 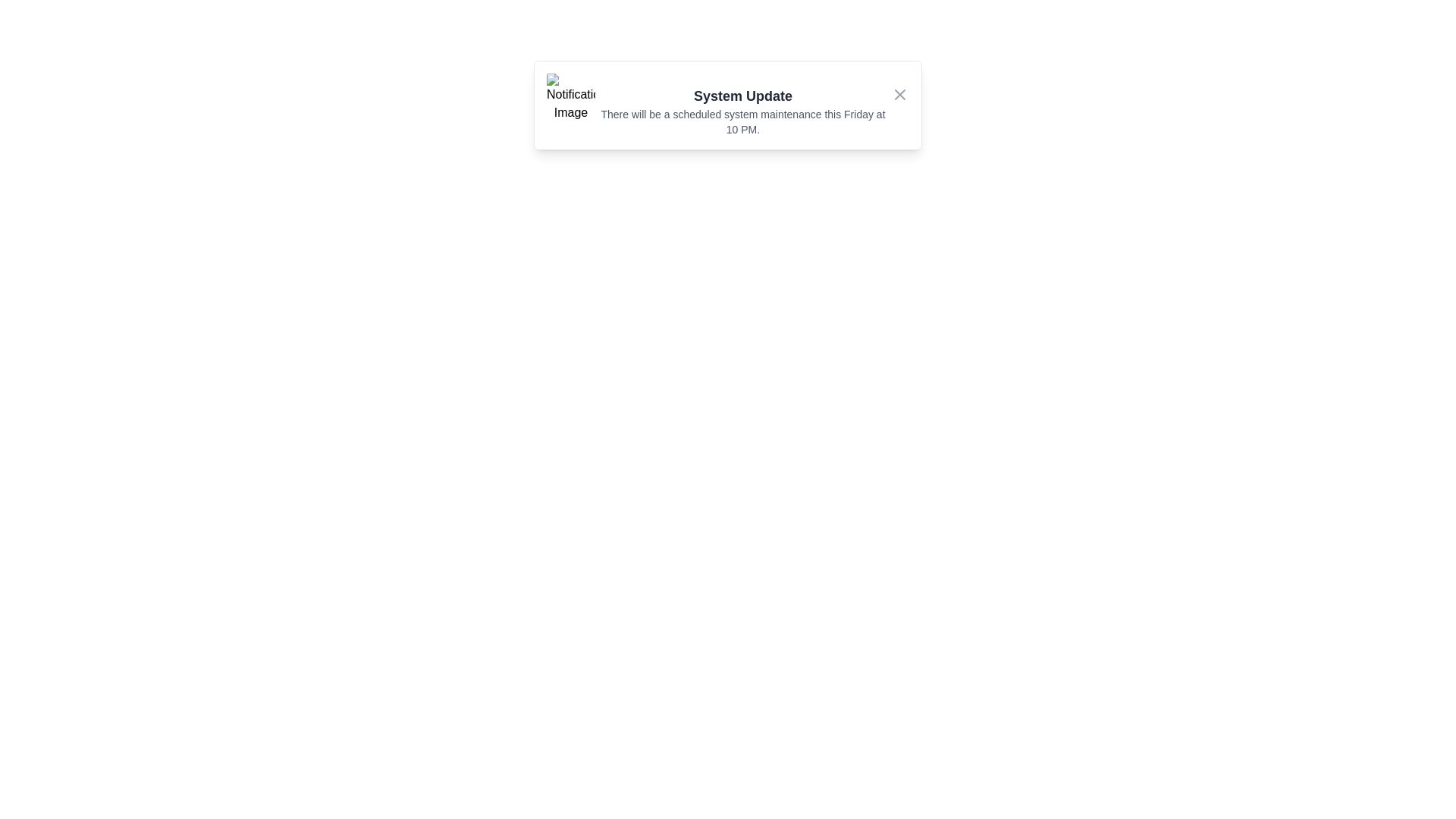 What do you see at coordinates (899, 94) in the screenshot?
I see `the close button to close the snackbar` at bounding box center [899, 94].